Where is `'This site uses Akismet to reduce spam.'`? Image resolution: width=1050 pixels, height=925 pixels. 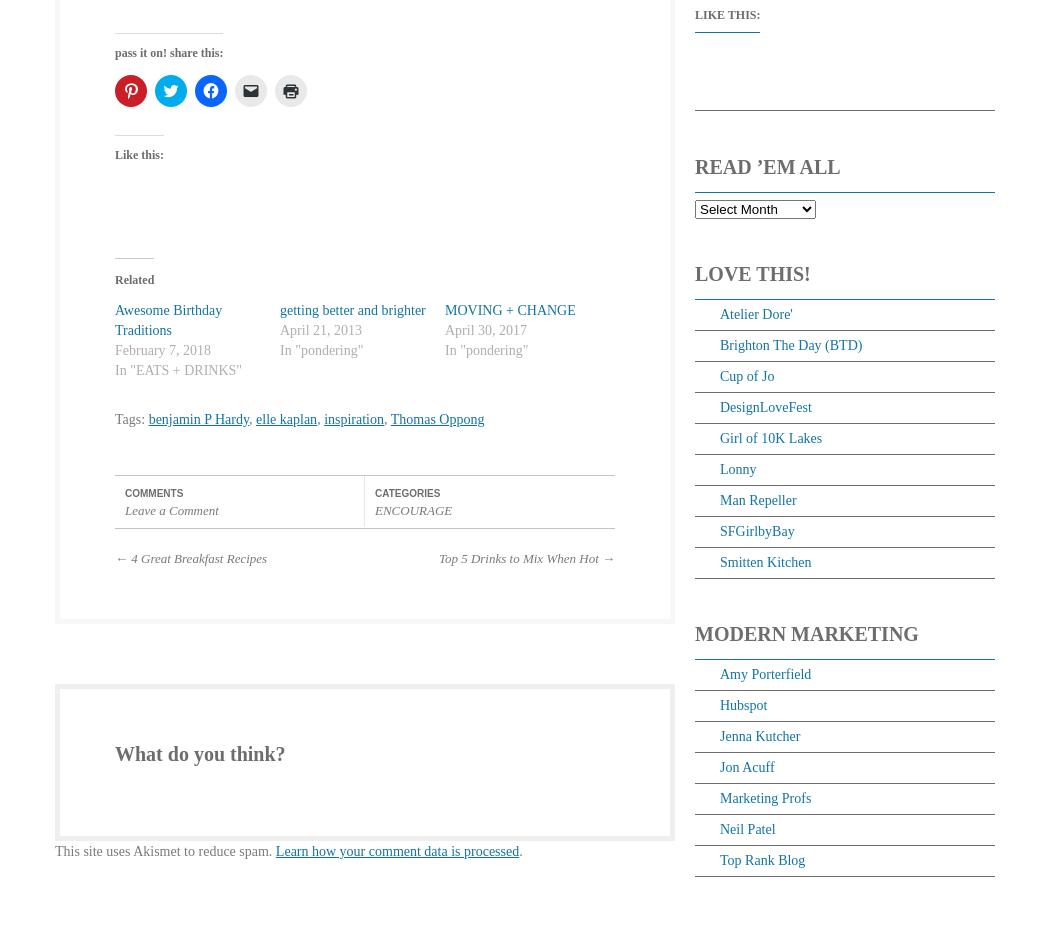
'This site uses Akismet to reduce spam.' is located at coordinates (164, 850).